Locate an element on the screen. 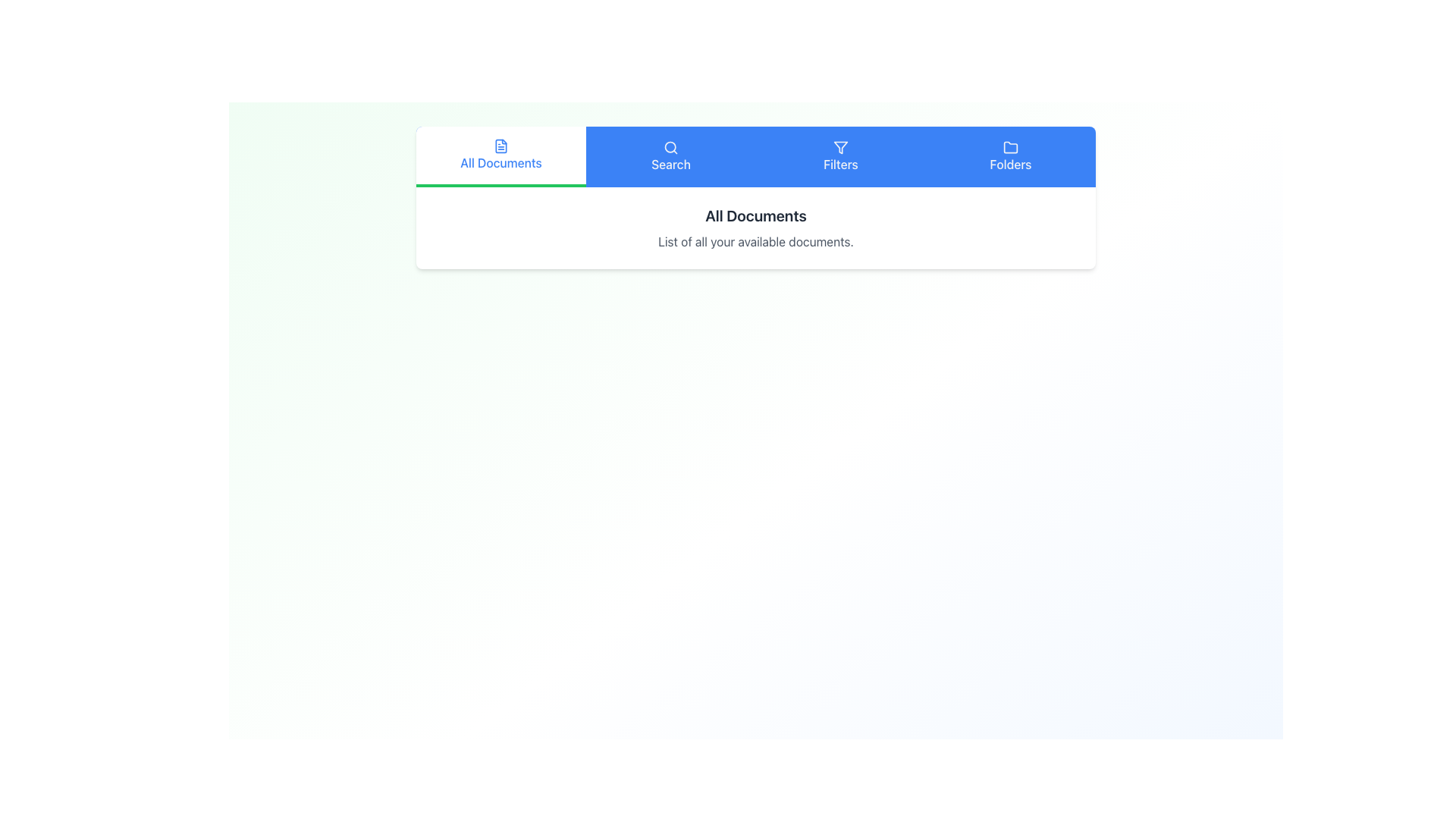  the 'Search' navigation item in the navigation bar to possibly trigger a visual effect is located at coordinates (670, 157).